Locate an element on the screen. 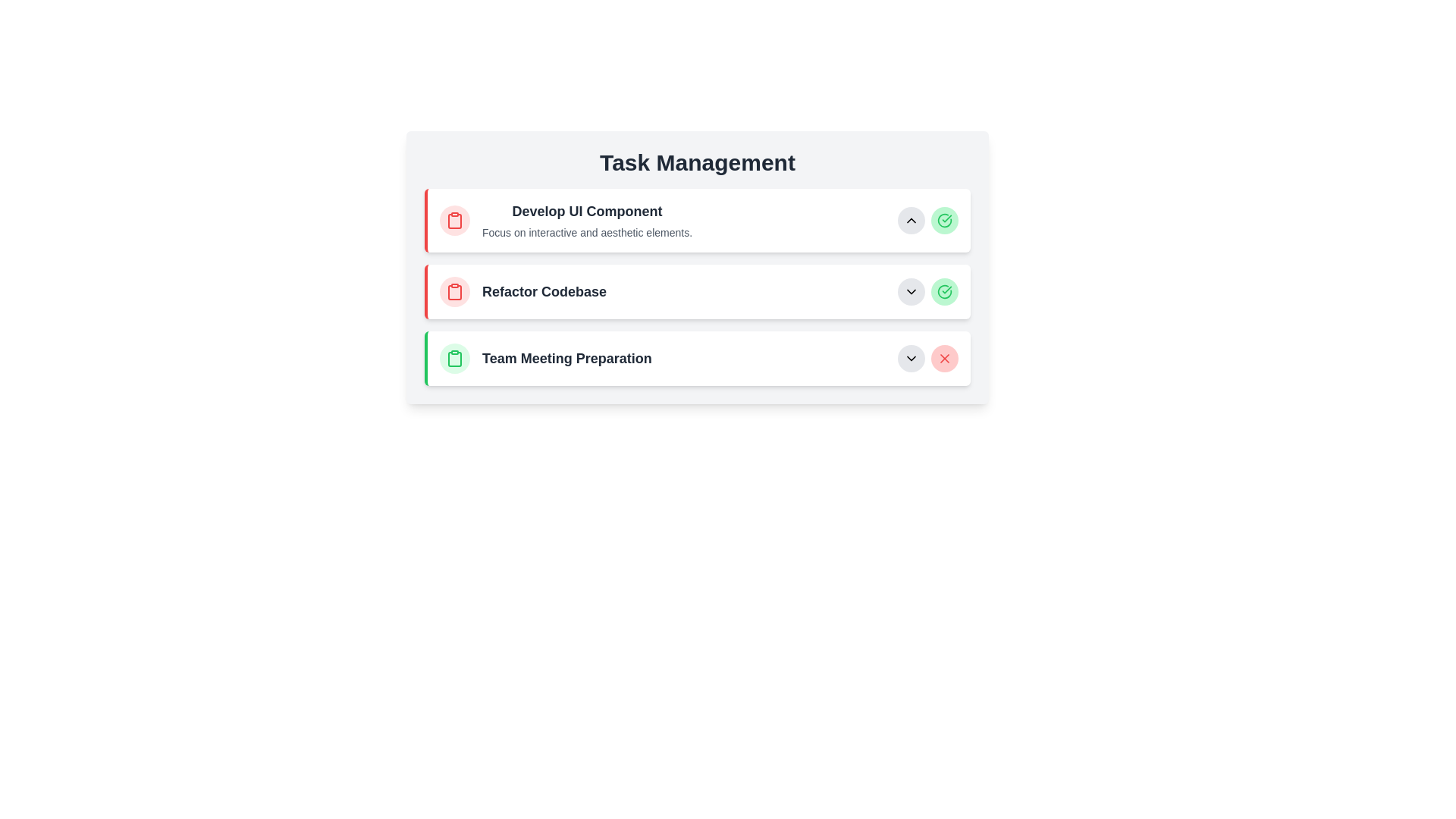 The height and width of the screenshot is (819, 1456). the task item titled 'Refactor Codebase' in the task management list, which is situated between 'Develop UI Component' and 'Team Meeting Preparation' is located at coordinates (523, 292).